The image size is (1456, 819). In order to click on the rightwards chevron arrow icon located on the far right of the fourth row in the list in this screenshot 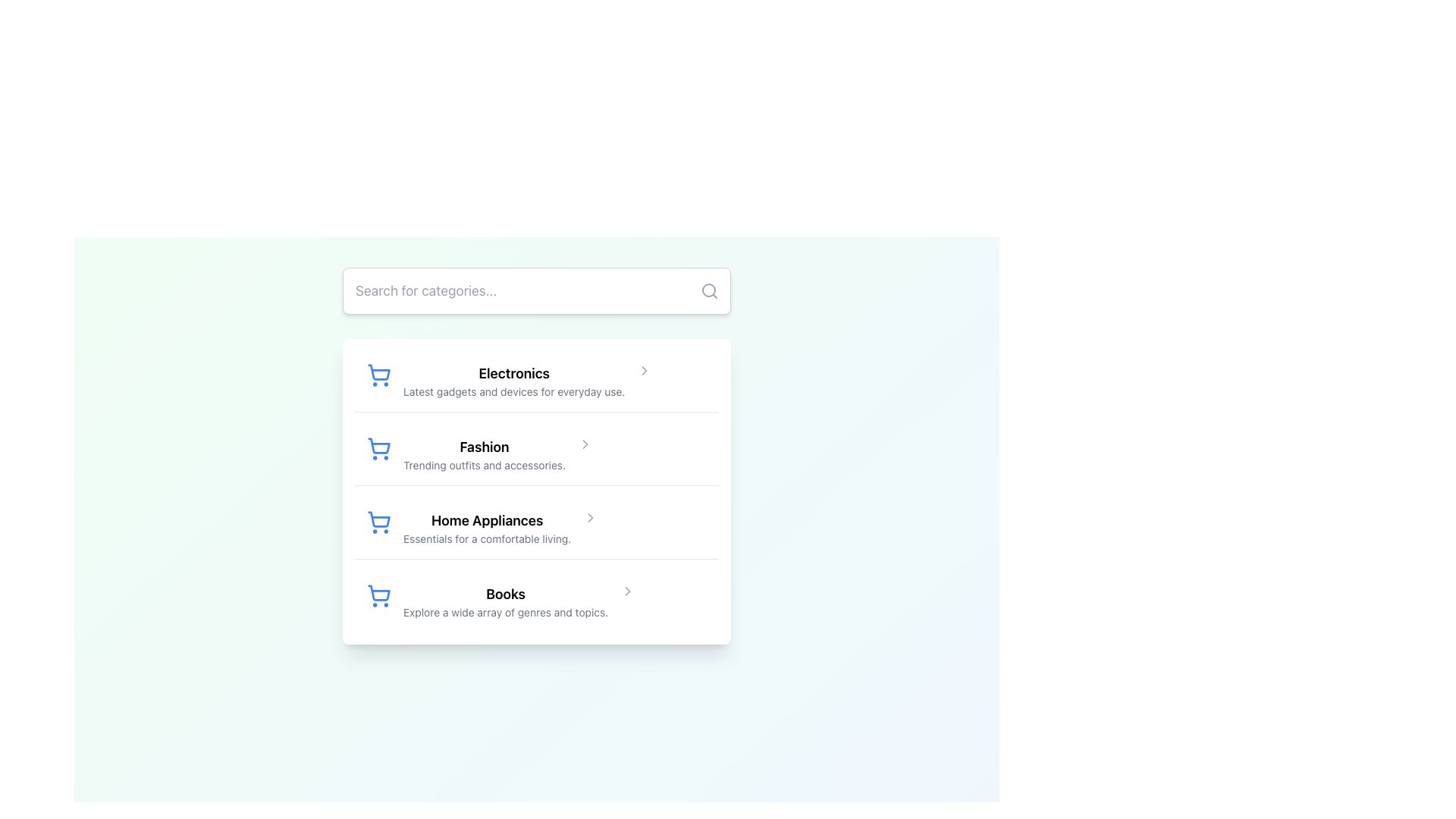, I will do `click(628, 590)`.